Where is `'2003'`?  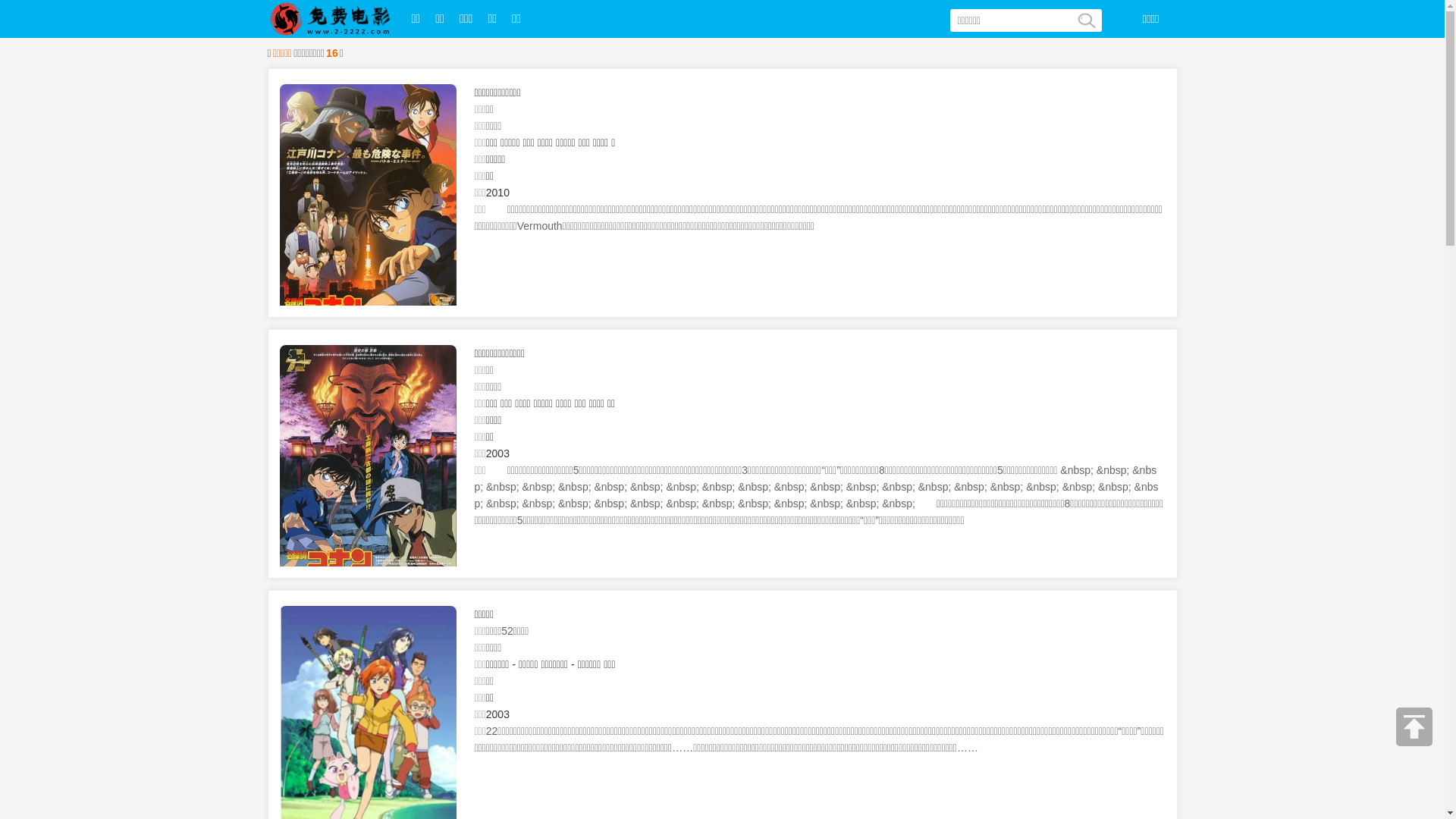 '2003' is located at coordinates (486, 452).